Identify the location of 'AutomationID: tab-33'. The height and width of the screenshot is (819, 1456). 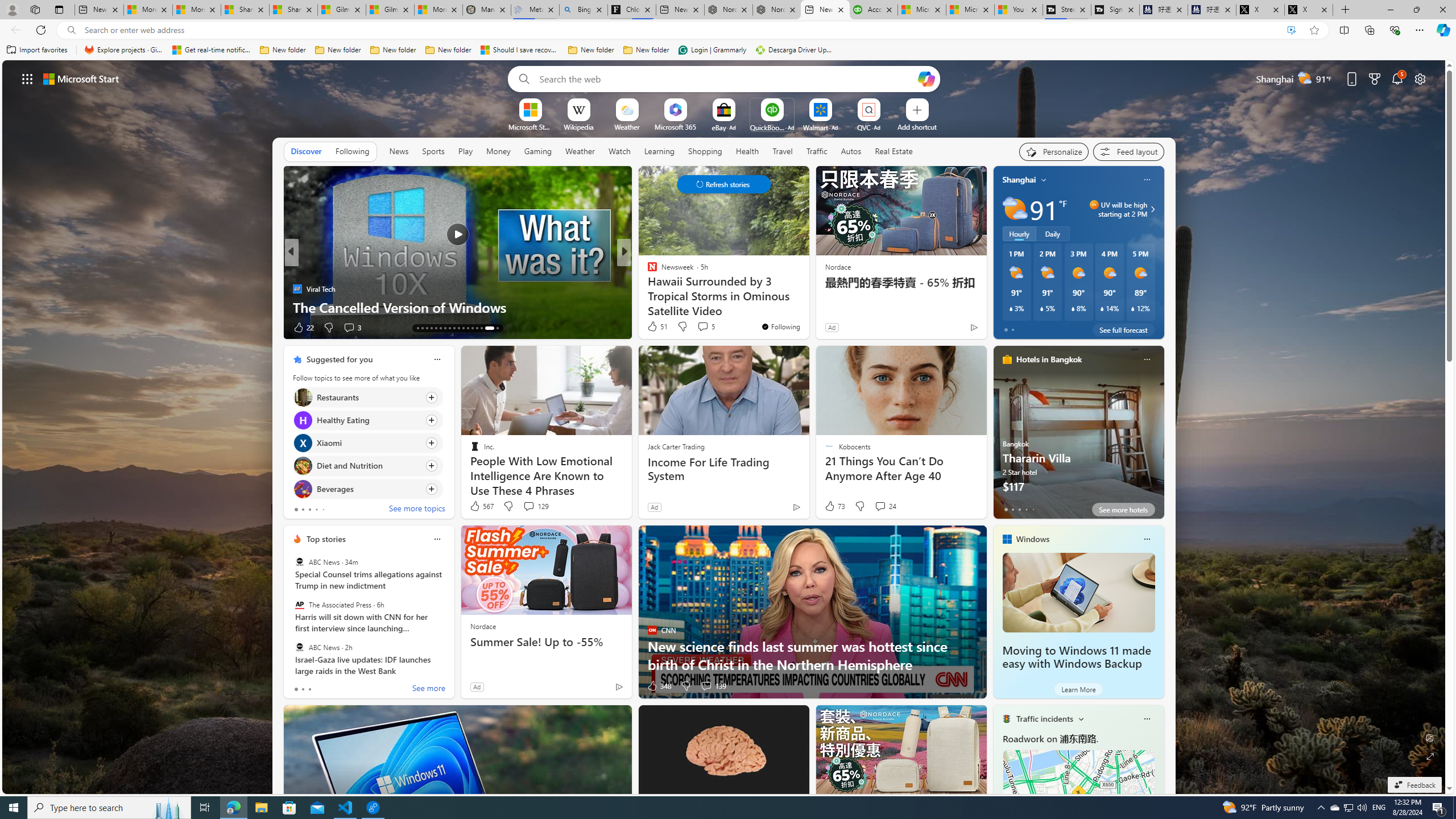
(497, 328).